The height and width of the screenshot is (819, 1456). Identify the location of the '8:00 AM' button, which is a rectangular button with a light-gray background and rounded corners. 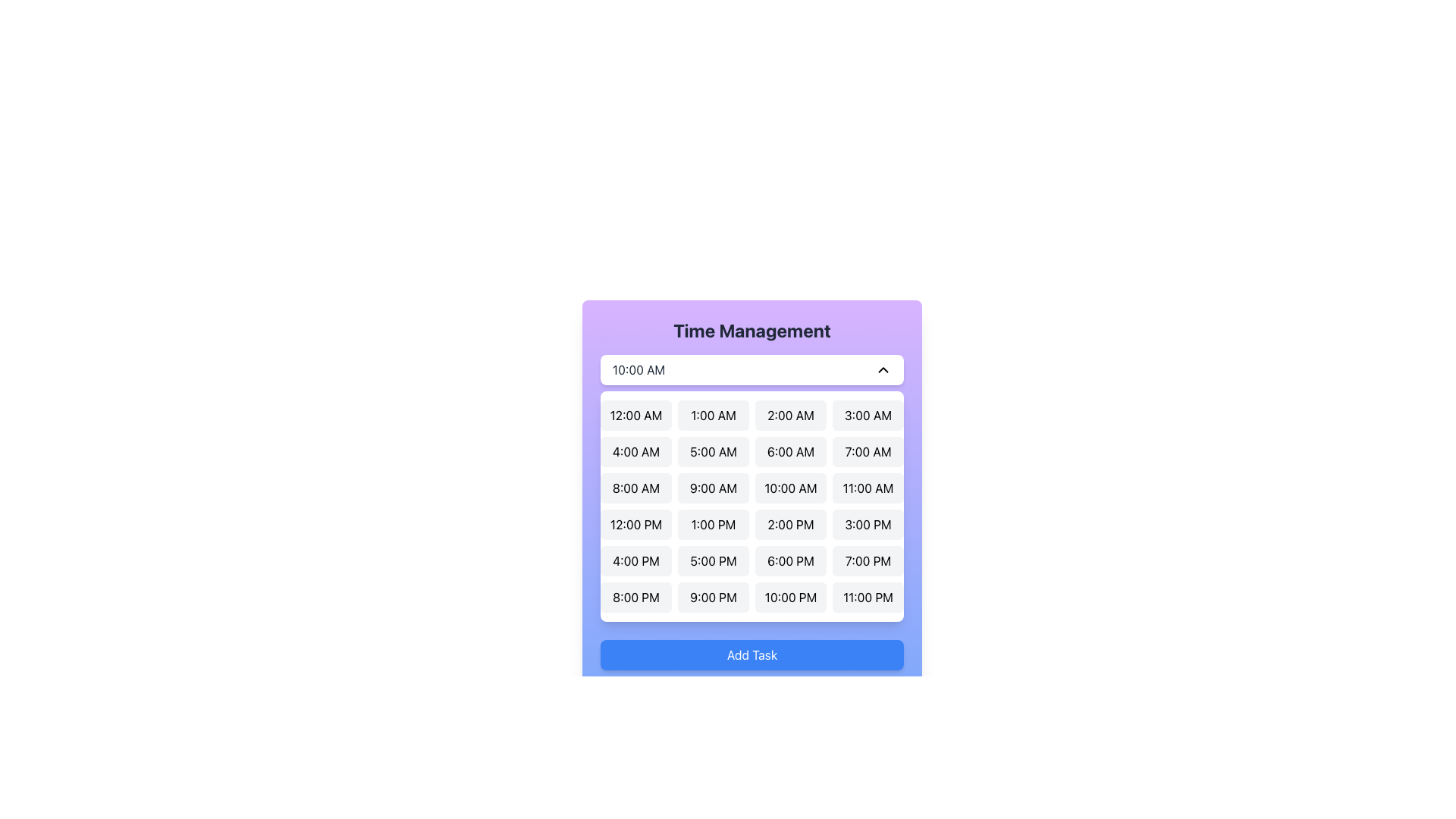
(636, 488).